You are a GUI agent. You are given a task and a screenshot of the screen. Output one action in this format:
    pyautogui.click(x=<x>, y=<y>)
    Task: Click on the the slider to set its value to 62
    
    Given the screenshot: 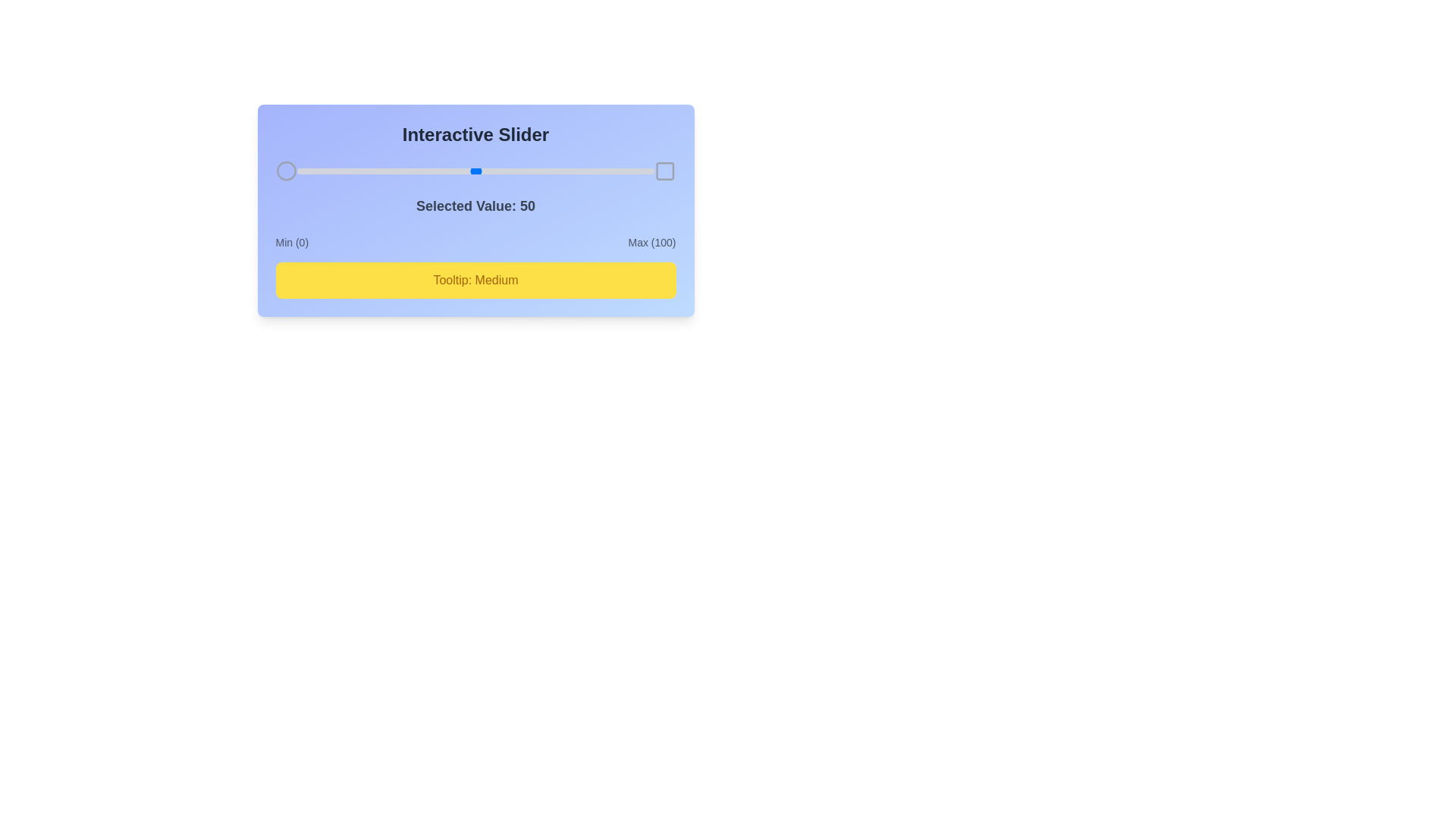 What is the action you would take?
    pyautogui.click(x=519, y=171)
    